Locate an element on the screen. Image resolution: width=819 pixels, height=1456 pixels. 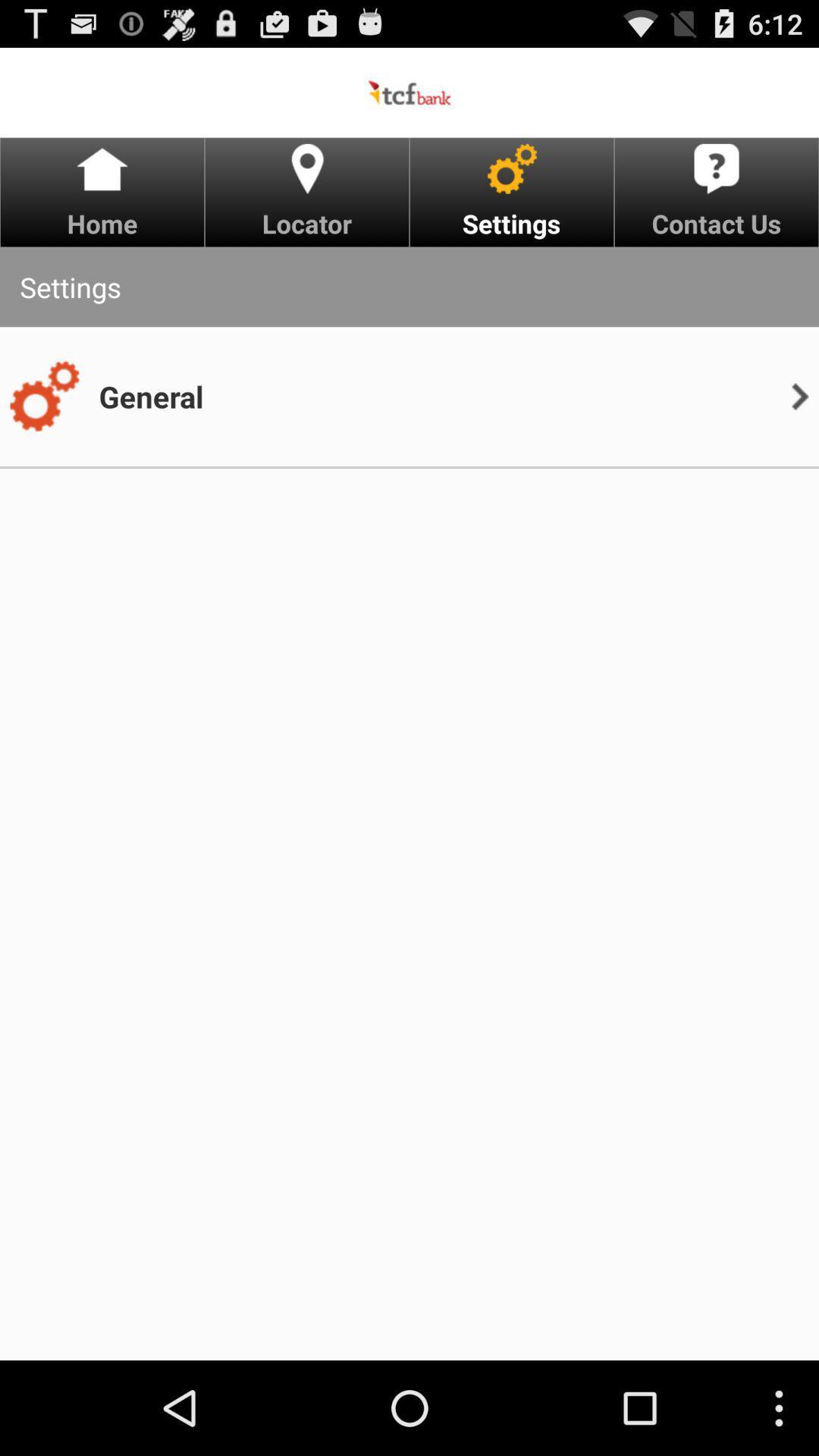
the item next to general icon is located at coordinates (43, 397).